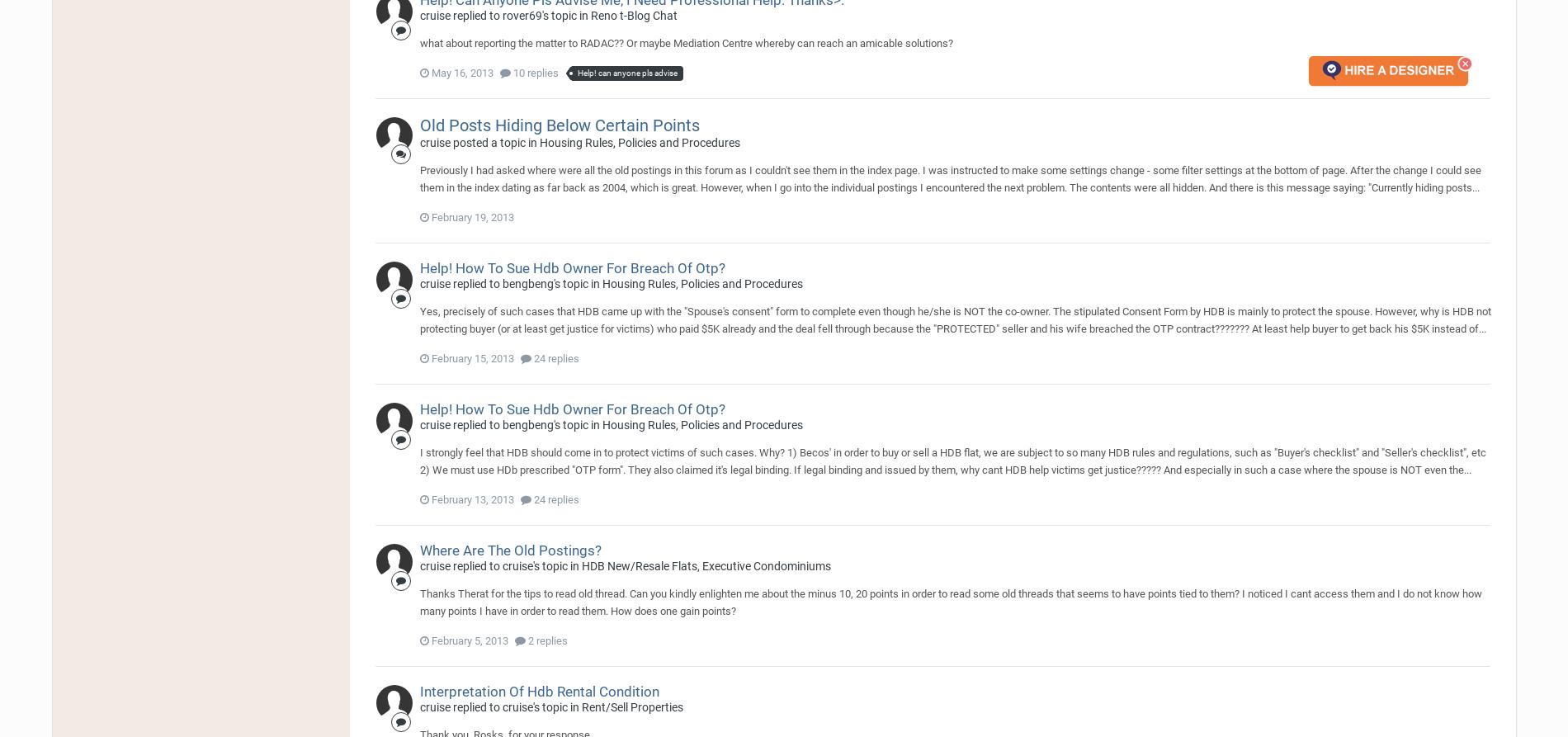 The width and height of the screenshot is (1568, 737). Describe the element at coordinates (950, 601) in the screenshot. I see `'Thanks Therat for the tips to read old thread. Can you kindly enlighten me about the minus 10, 20 points in order to read some old threads that seems to have points tied to them?  I noticed I cant access them and I do not know how many points I have in order to read them.  How does one gain points?'` at that location.